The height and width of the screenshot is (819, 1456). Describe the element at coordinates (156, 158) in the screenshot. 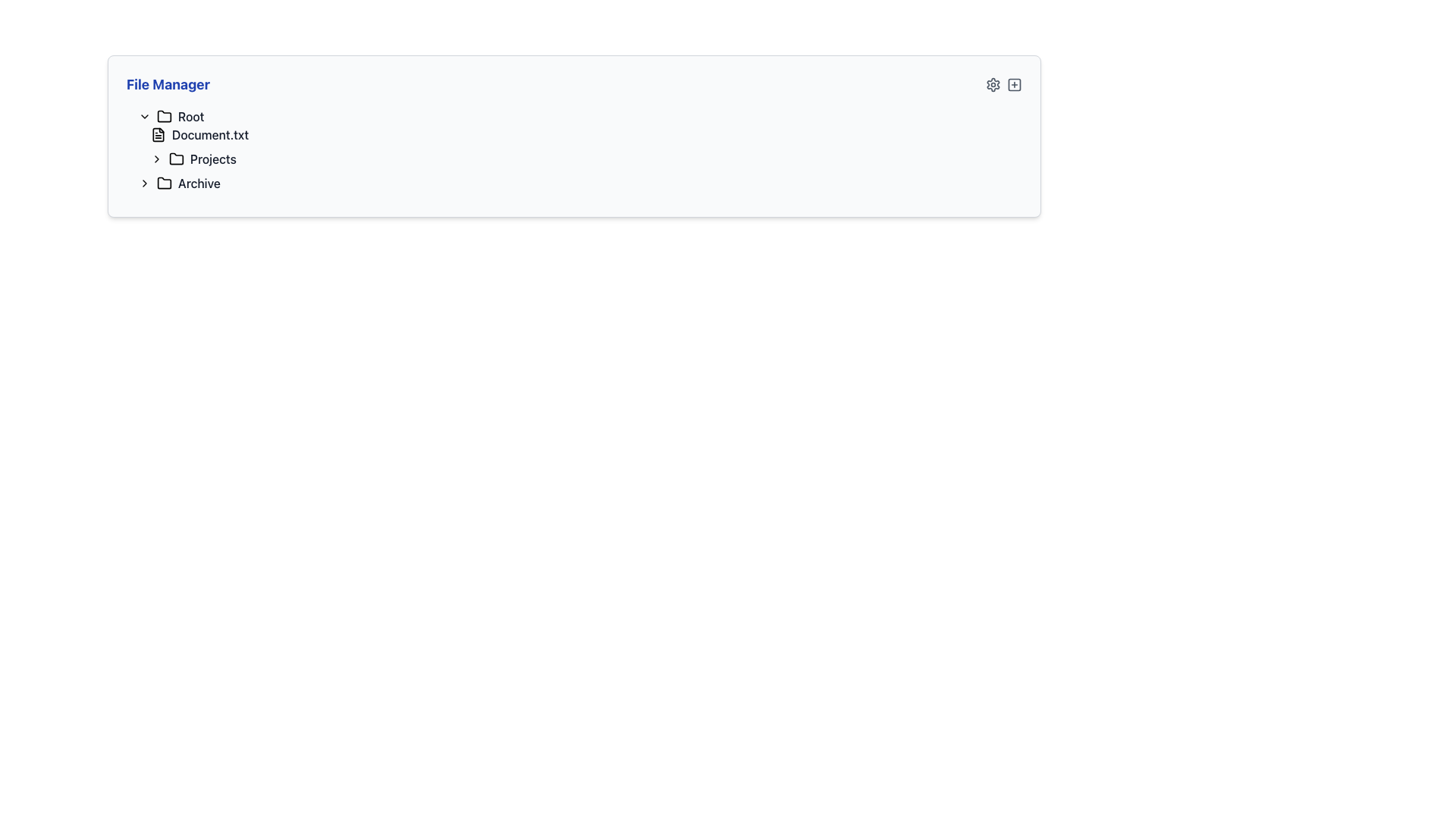

I see `the rightward chevron arrow icon button that is used for expanding or collapsing the 'Projects' folder, located to the left of the folder icon and title` at that location.